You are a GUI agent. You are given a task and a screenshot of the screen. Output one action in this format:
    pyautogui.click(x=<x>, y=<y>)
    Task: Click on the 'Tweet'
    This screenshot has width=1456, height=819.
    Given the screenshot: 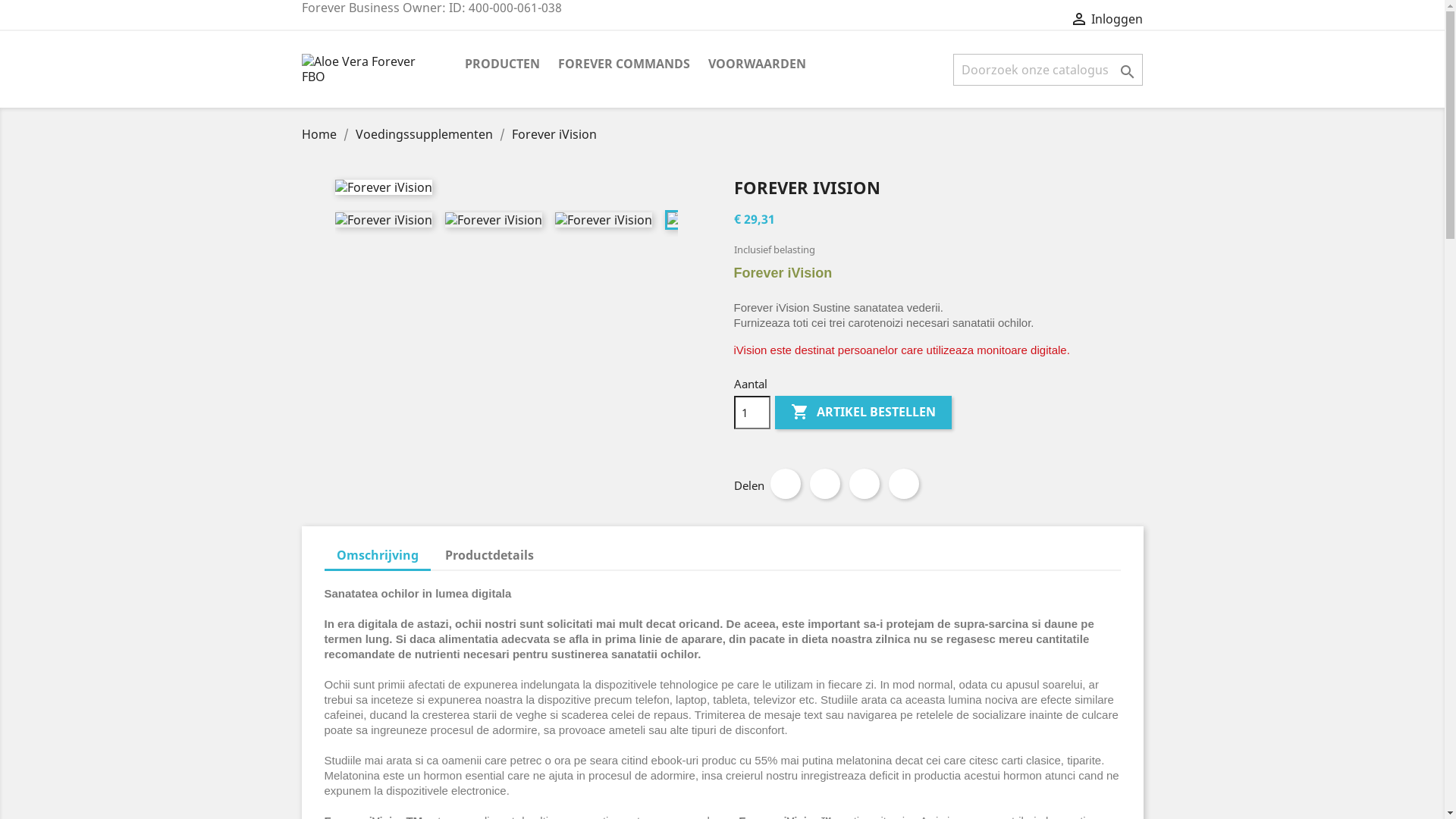 What is the action you would take?
    pyautogui.click(x=824, y=483)
    